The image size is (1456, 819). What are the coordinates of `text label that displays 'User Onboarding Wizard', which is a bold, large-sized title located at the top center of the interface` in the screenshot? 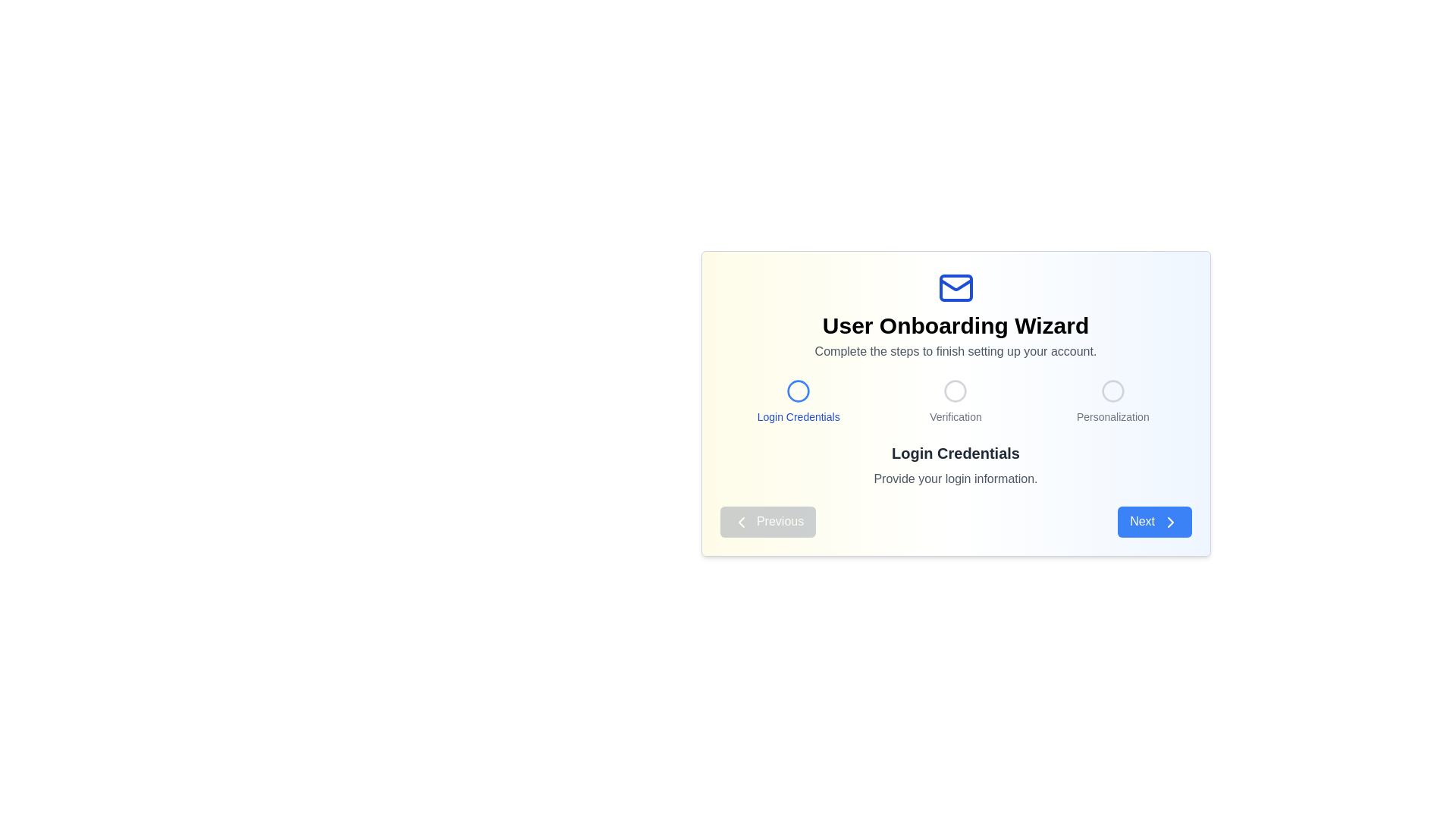 It's located at (955, 325).